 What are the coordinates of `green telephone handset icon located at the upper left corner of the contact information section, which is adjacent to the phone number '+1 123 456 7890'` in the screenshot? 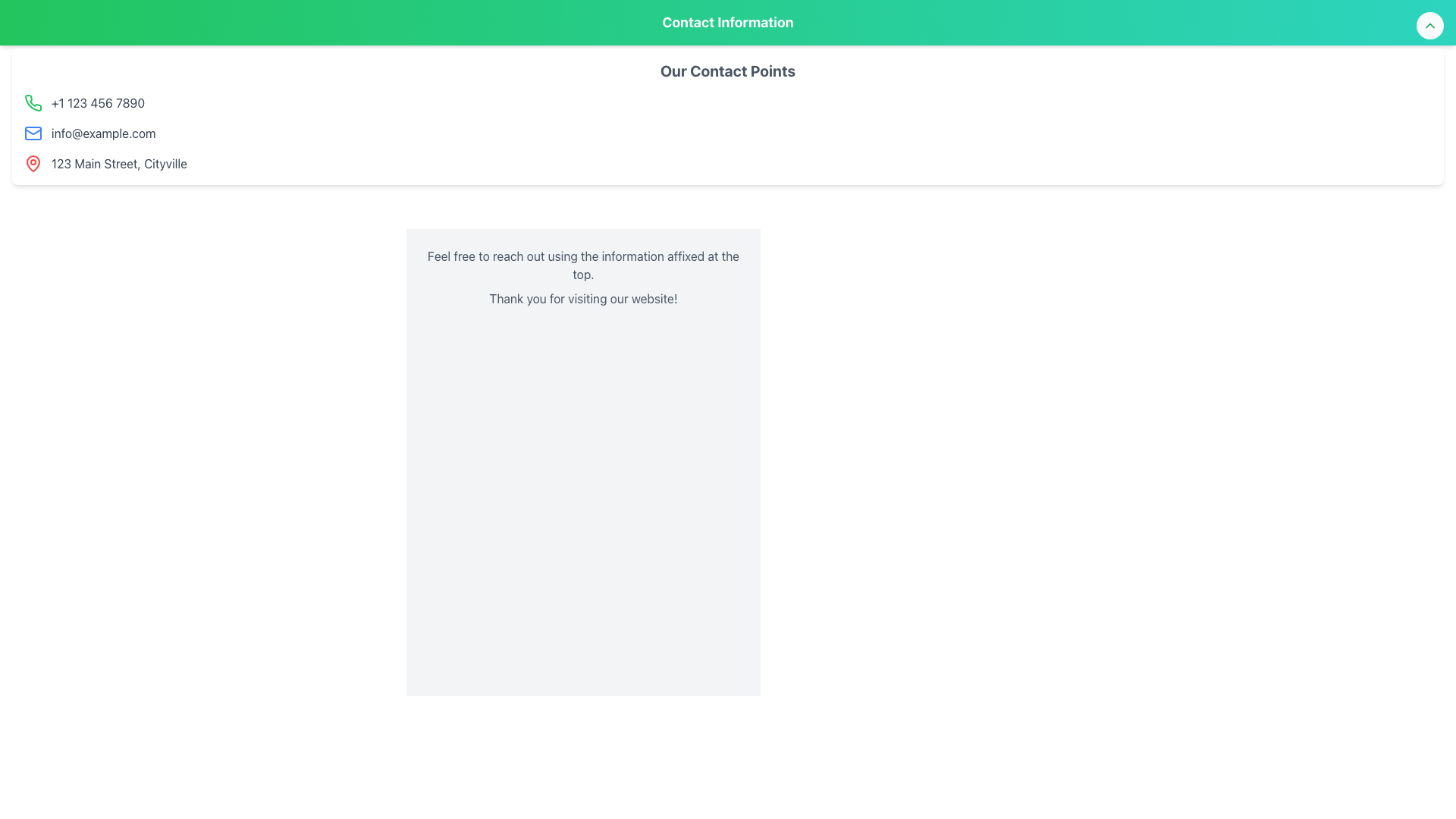 It's located at (33, 102).